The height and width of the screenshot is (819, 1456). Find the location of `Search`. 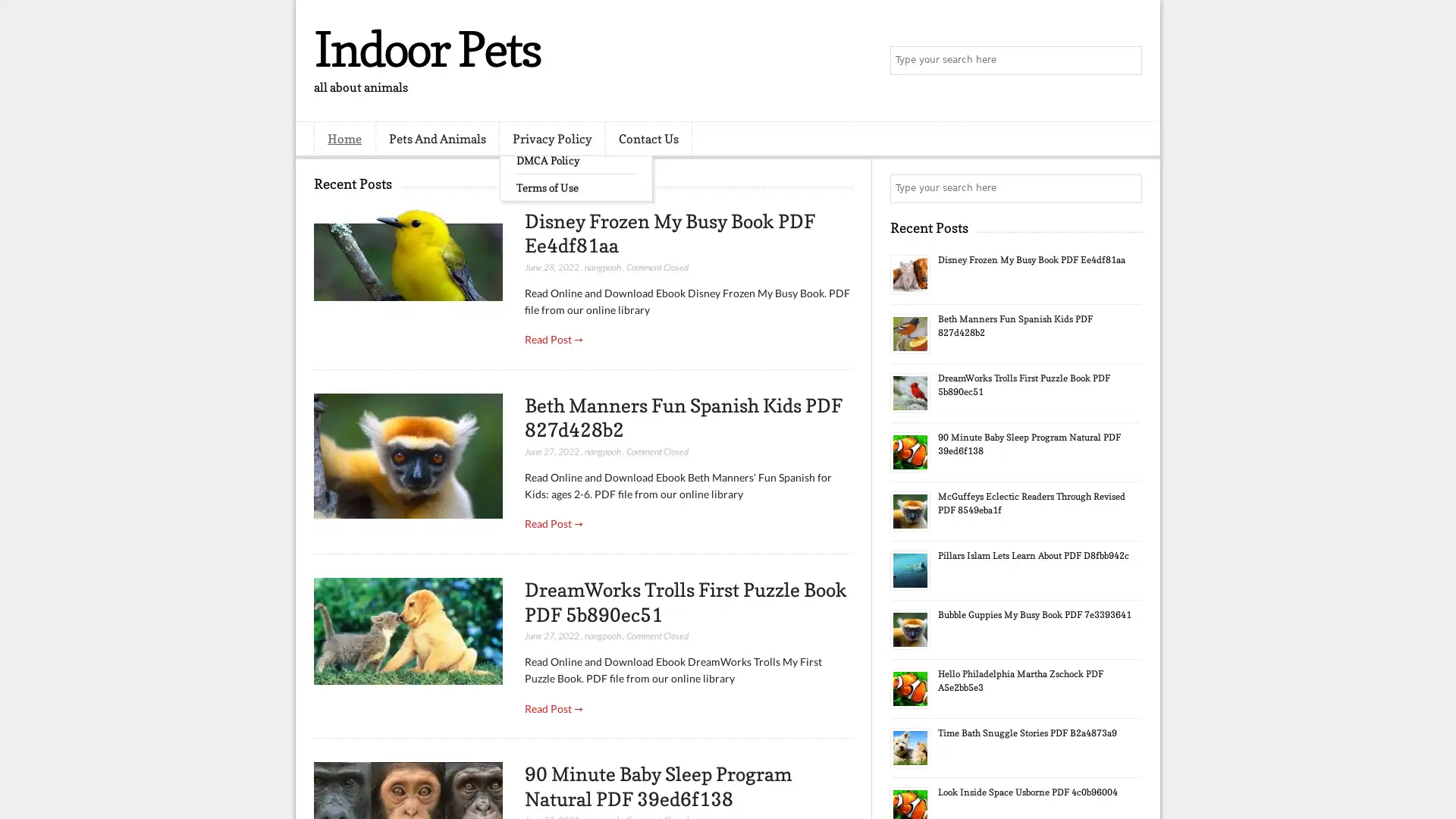

Search is located at coordinates (1126, 61).